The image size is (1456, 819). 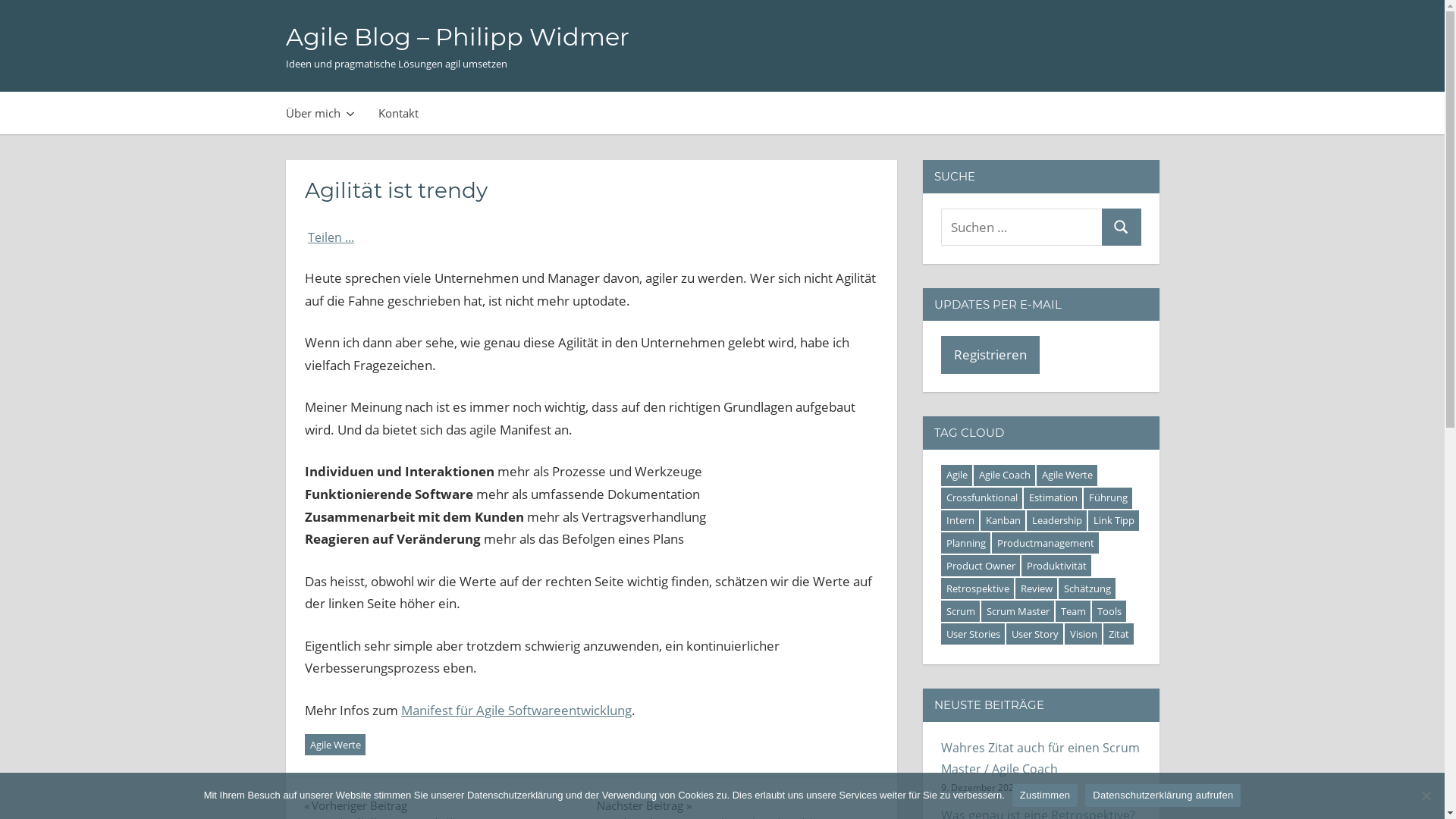 I want to click on 'Zitat', so click(x=1118, y=634).